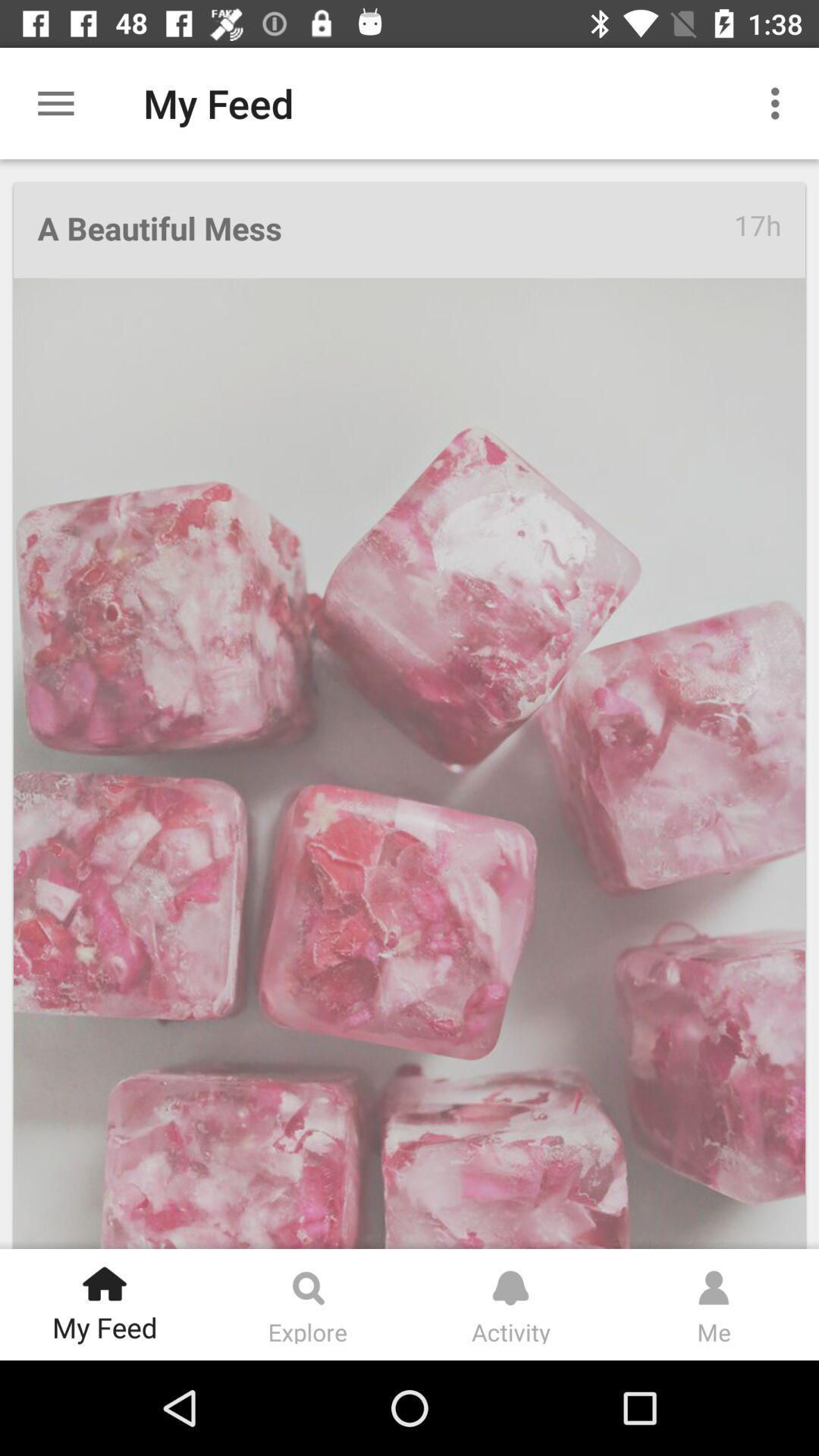 The height and width of the screenshot is (1456, 819). What do you see at coordinates (384, 229) in the screenshot?
I see `a beautiful mess icon` at bounding box center [384, 229].